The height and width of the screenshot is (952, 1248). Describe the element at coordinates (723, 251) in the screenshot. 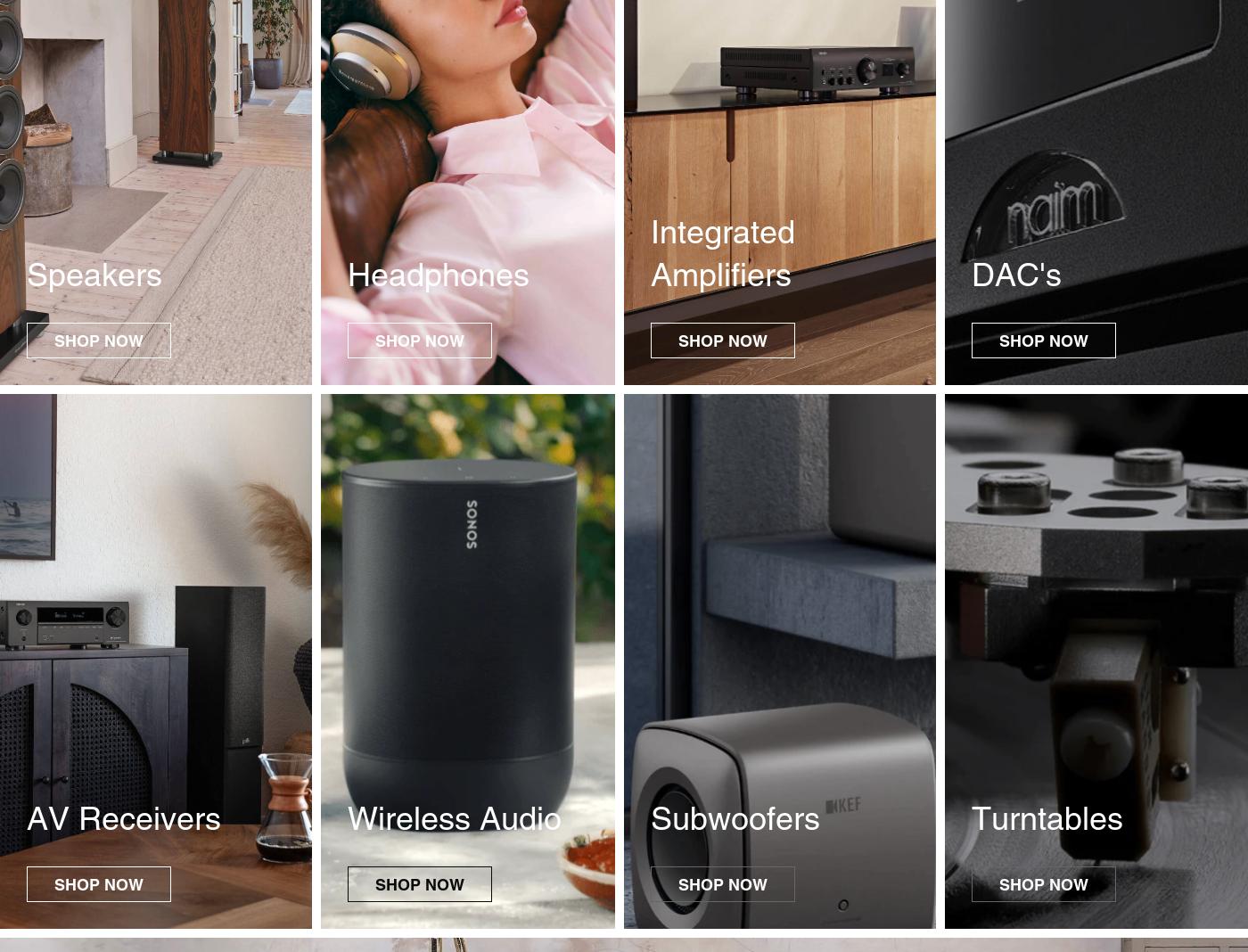

I see `'Integrated Amplifiers'` at that location.